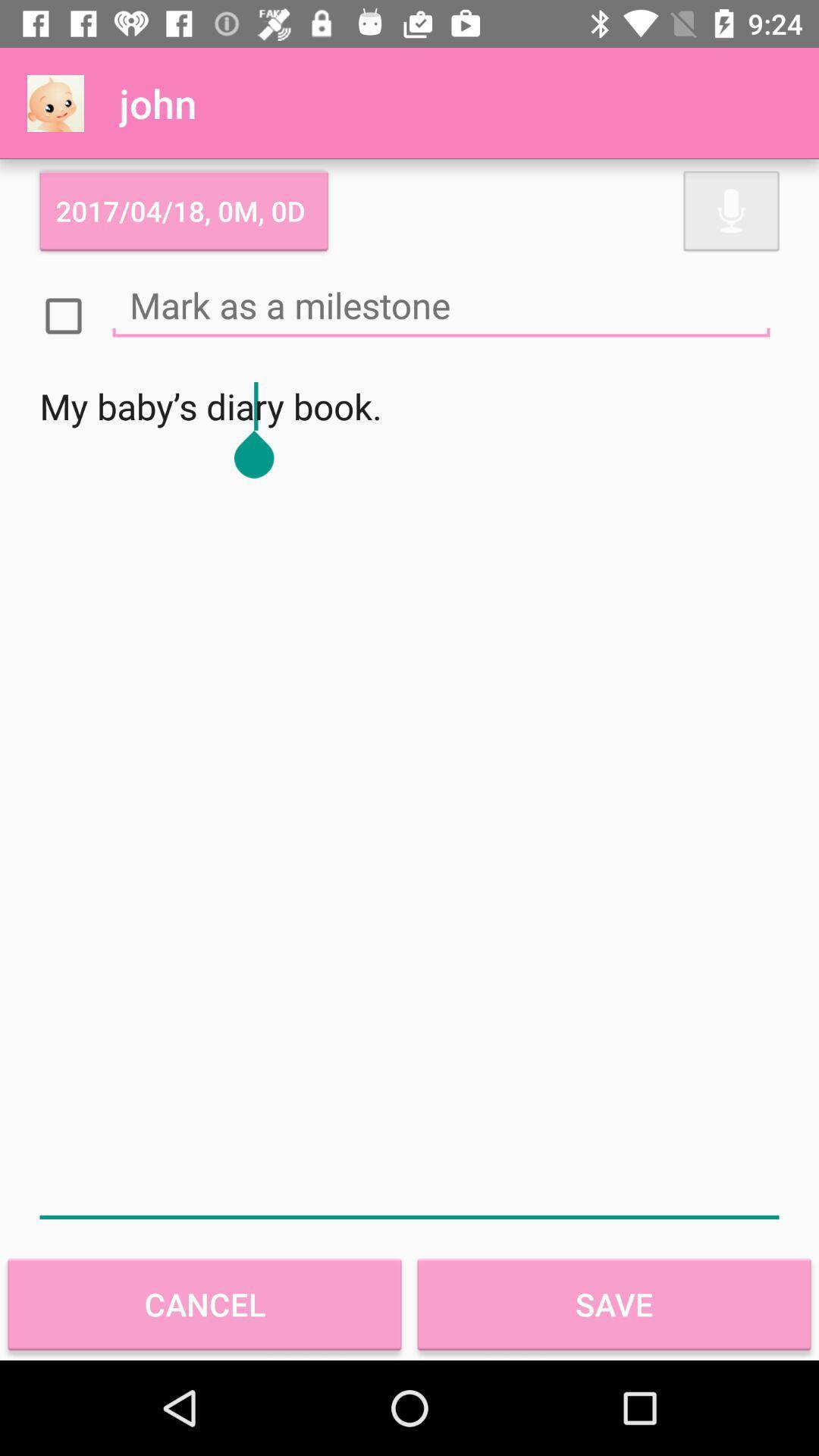 Image resolution: width=819 pixels, height=1456 pixels. Describe the element at coordinates (441, 304) in the screenshot. I see `mark as a milestone` at that location.